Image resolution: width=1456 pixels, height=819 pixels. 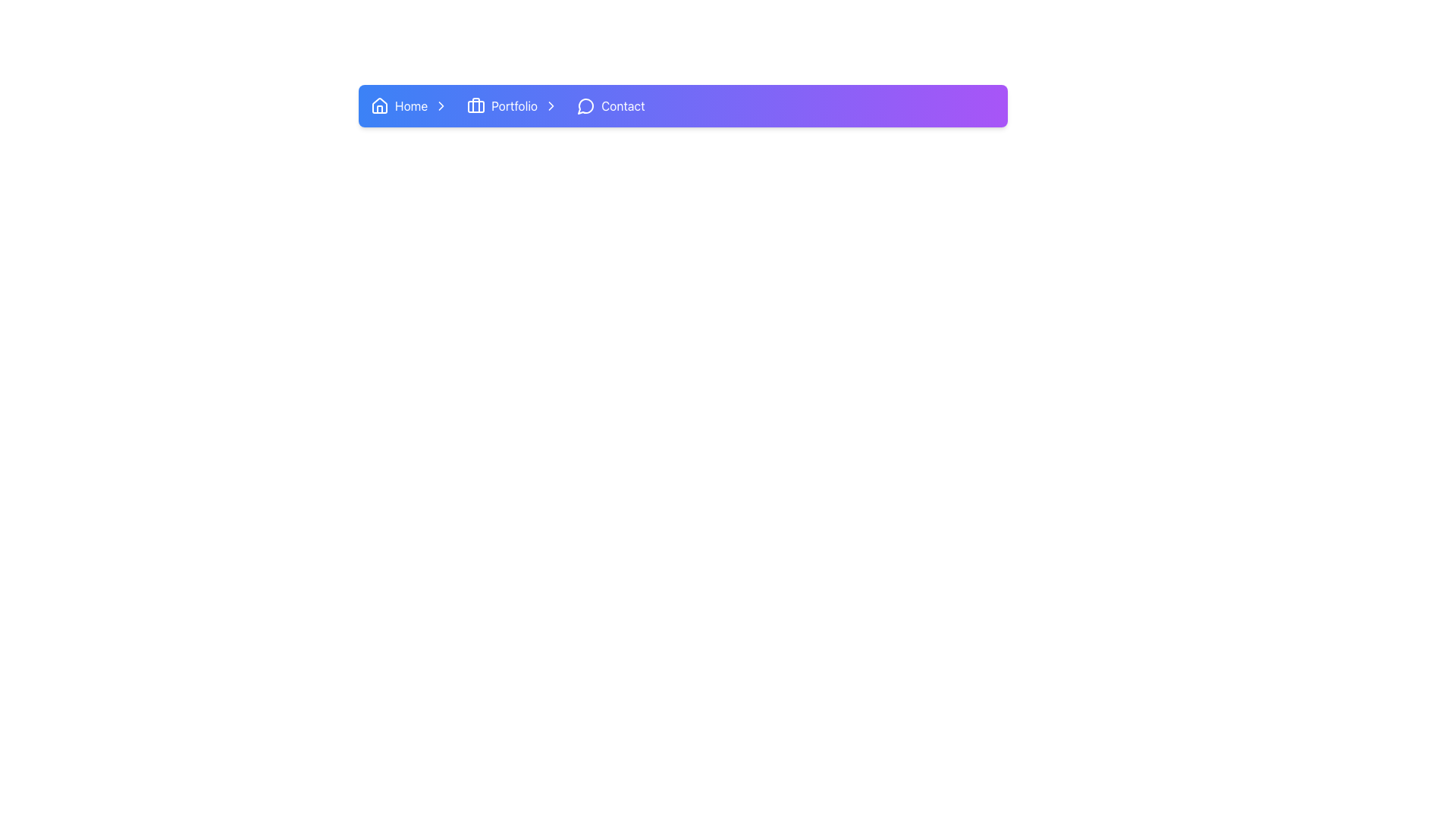 What do you see at coordinates (682, 105) in the screenshot?
I see `the Navigation Bar for accessibility` at bounding box center [682, 105].